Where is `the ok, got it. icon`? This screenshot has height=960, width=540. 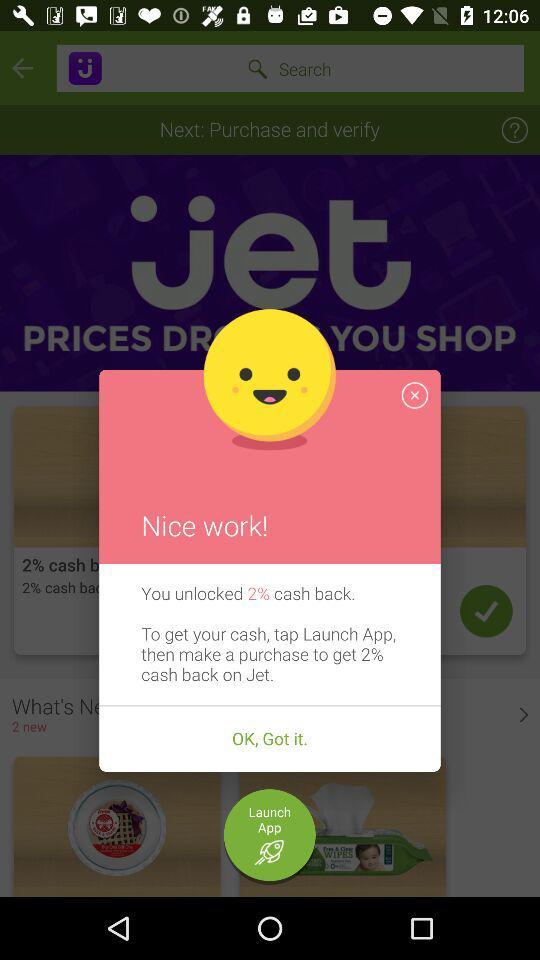 the ok, got it. icon is located at coordinates (270, 738).